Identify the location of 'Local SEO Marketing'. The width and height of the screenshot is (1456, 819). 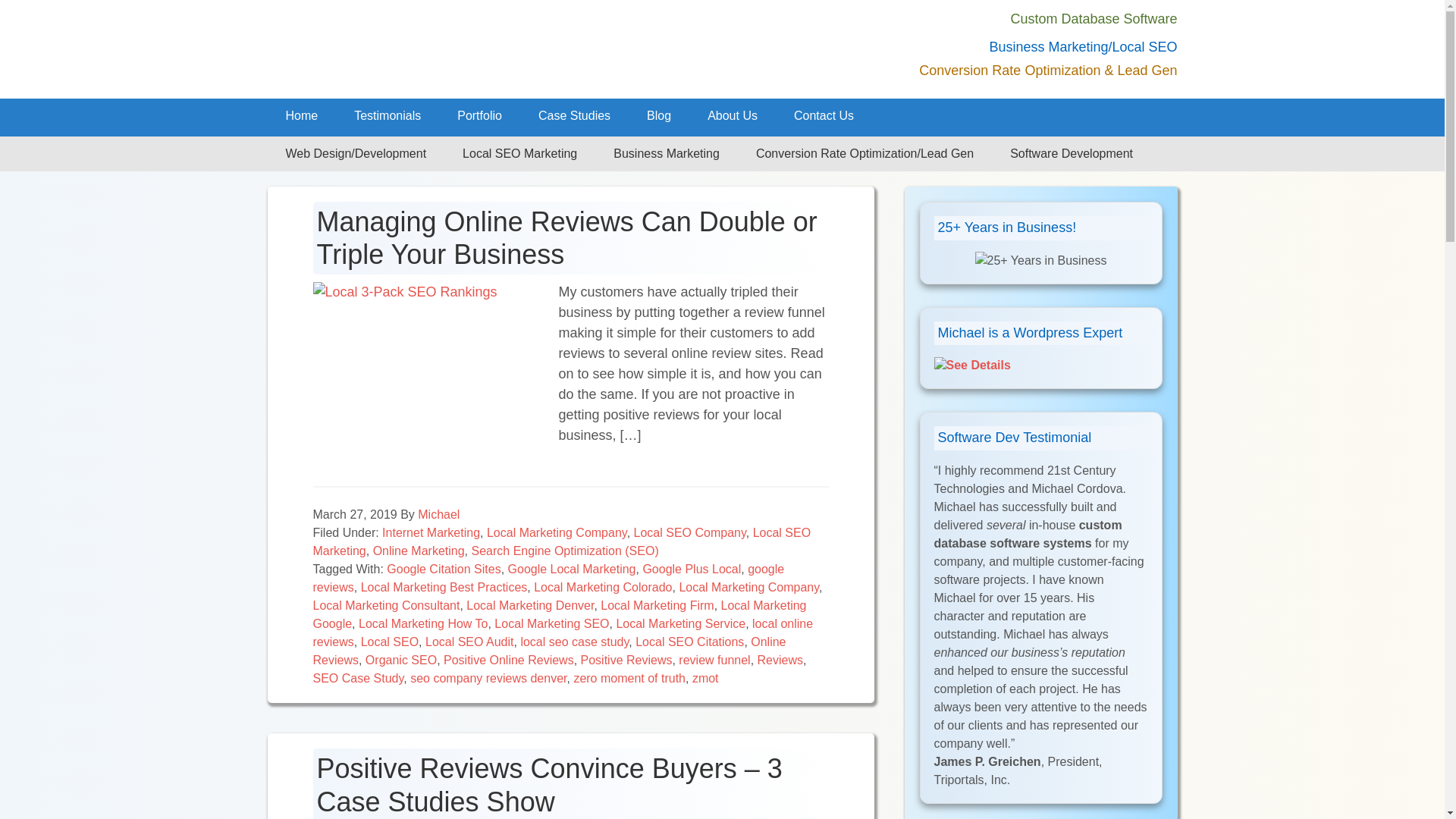
(519, 154).